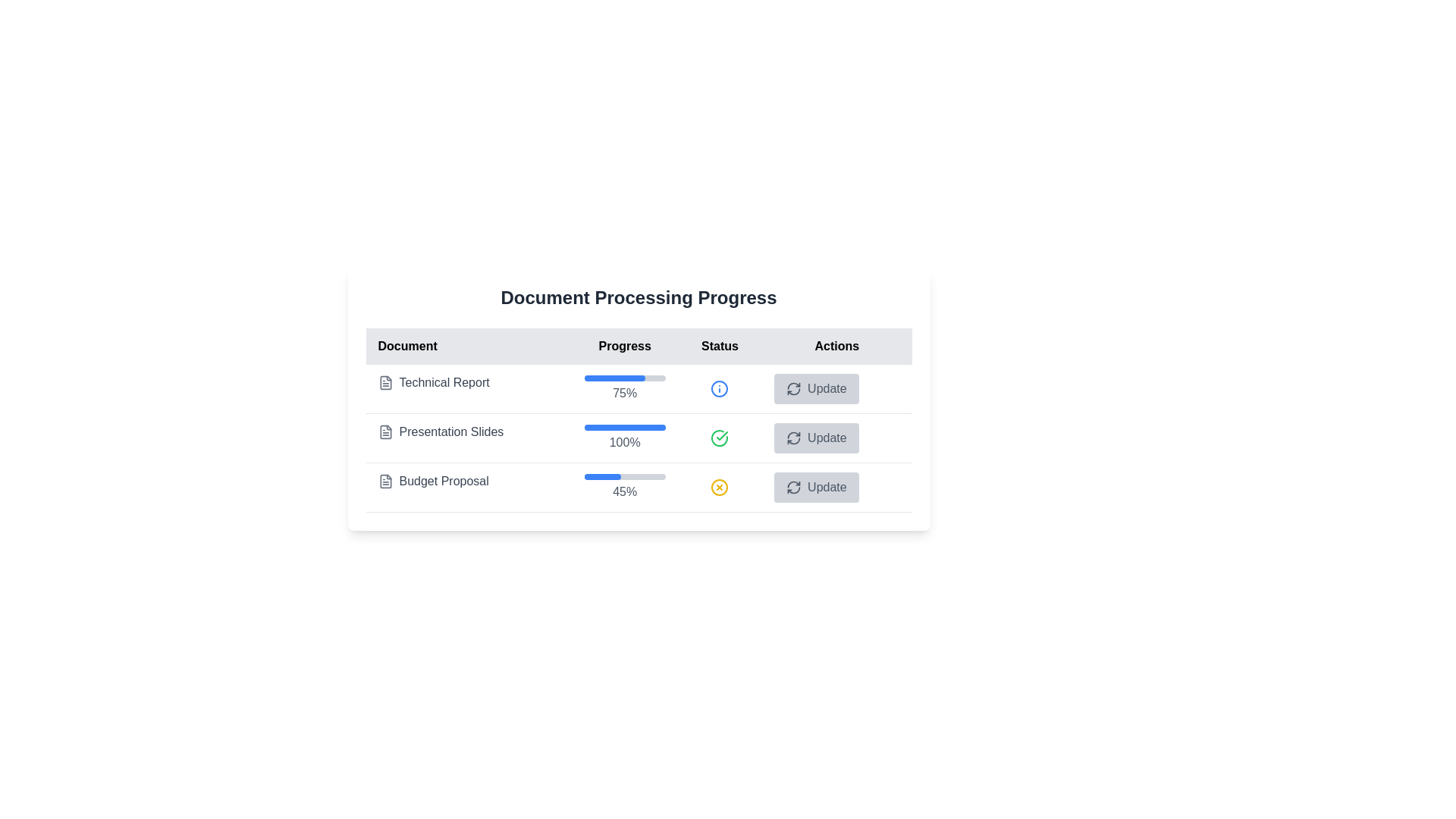  Describe the element at coordinates (625, 442) in the screenshot. I see `the text label that reads '100%' in gray font, which is centrally aligned and located under the blue progress bar in the 'Progress' column of the second row for 'Presentation Slides'` at that location.